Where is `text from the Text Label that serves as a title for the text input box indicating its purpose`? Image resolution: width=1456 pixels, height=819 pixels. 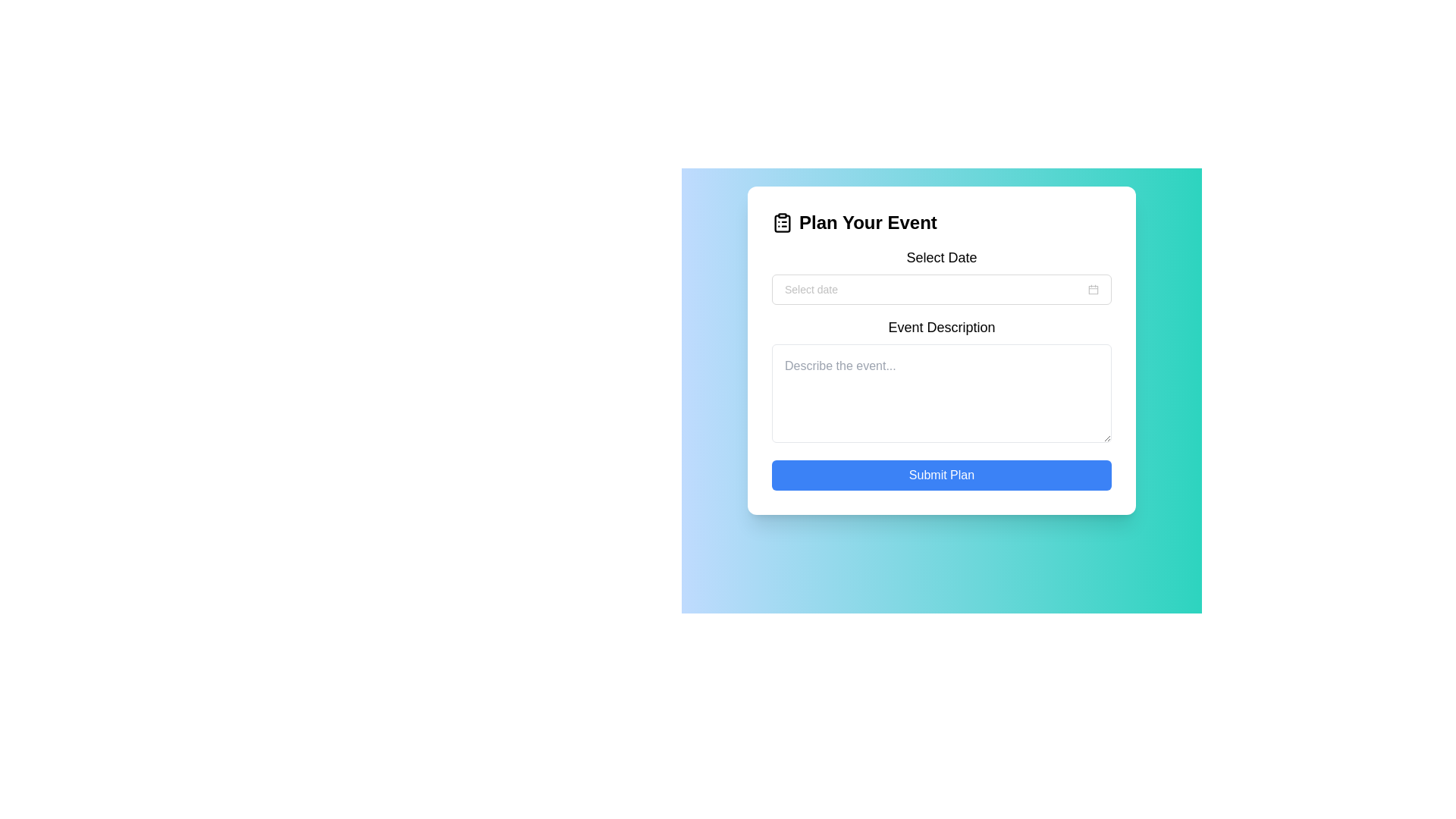 text from the Text Label that serves as a title for the text input box indicating its purpose is located at coordinates (941, 327).